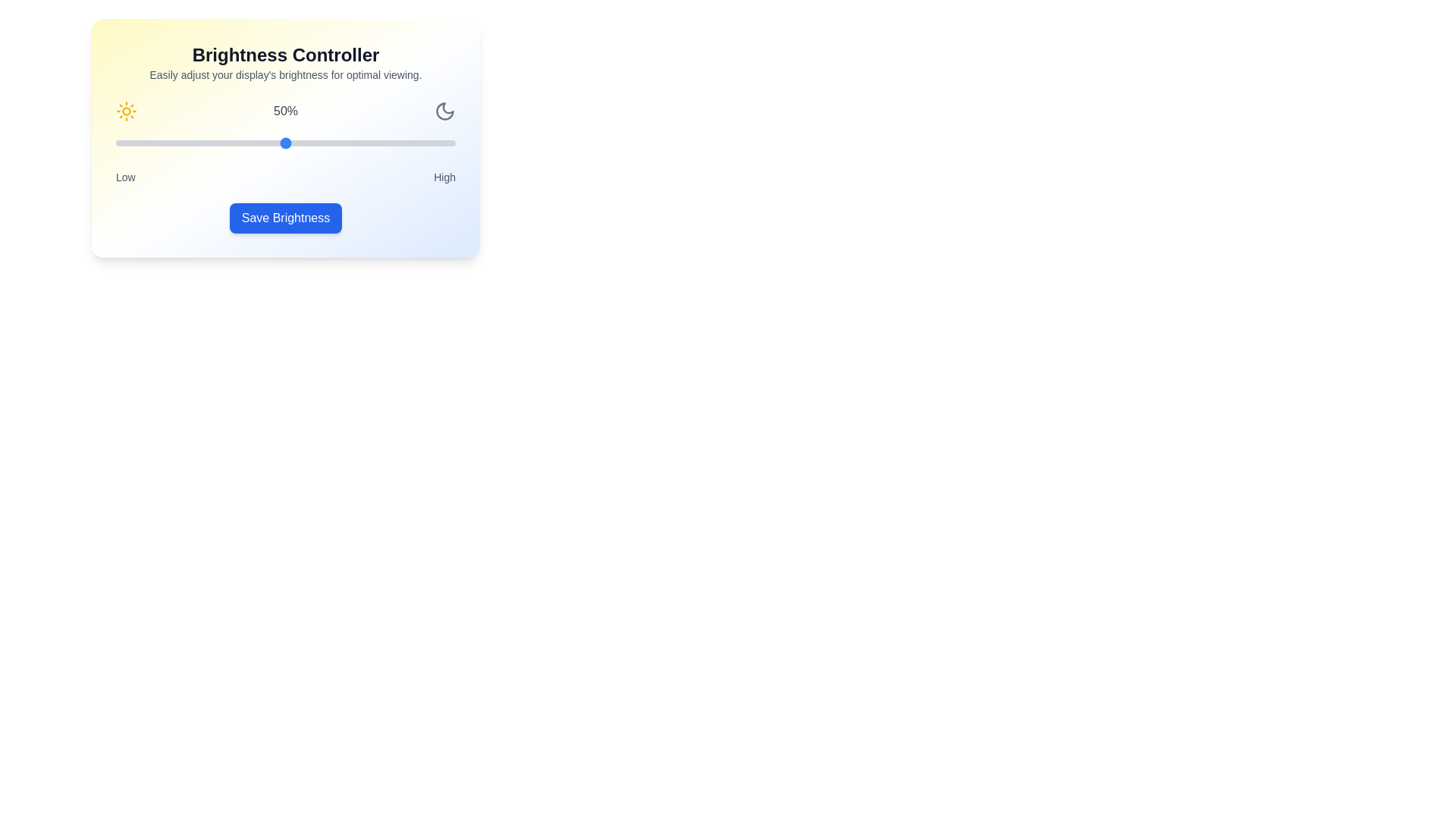 The image size is (1456, 819). Describe the element at coordinates (284, 218) in the screenshot. I see `the 'Save Brightness' button` at that location.